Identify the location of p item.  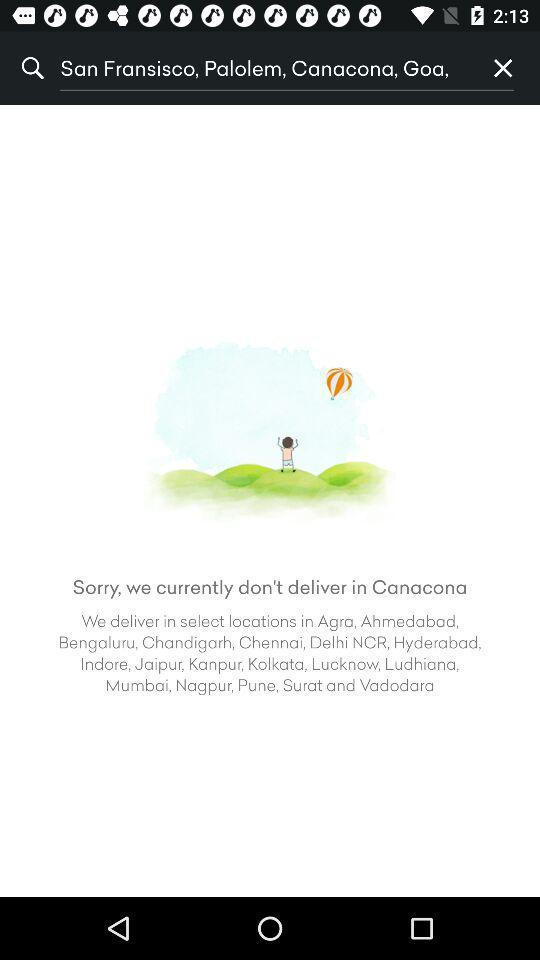
(502, 68).